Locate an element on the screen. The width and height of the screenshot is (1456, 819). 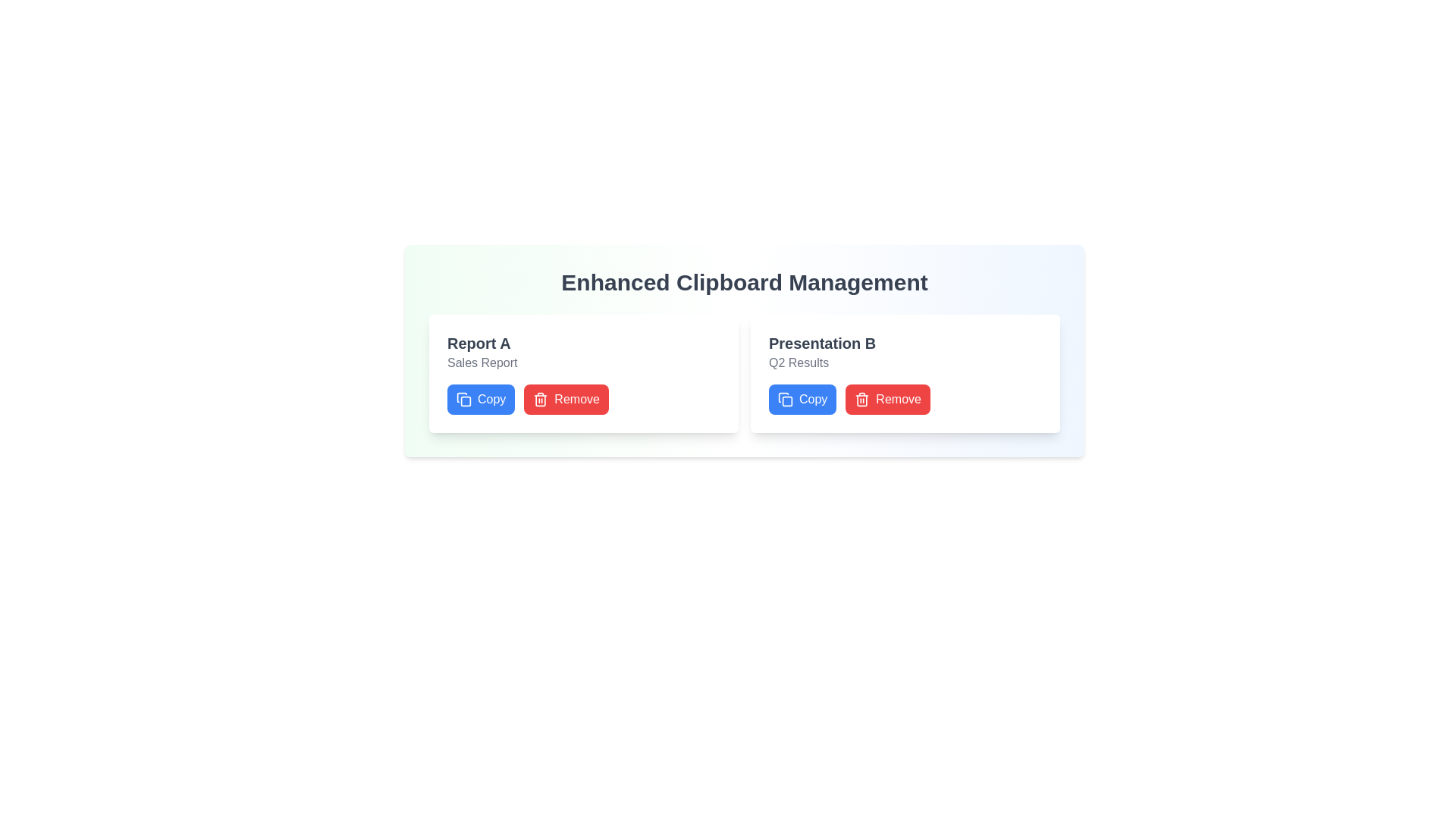
the delete button located at the bottom-right corner of the 'Presentation B' card is located at coordinates (888, 399).